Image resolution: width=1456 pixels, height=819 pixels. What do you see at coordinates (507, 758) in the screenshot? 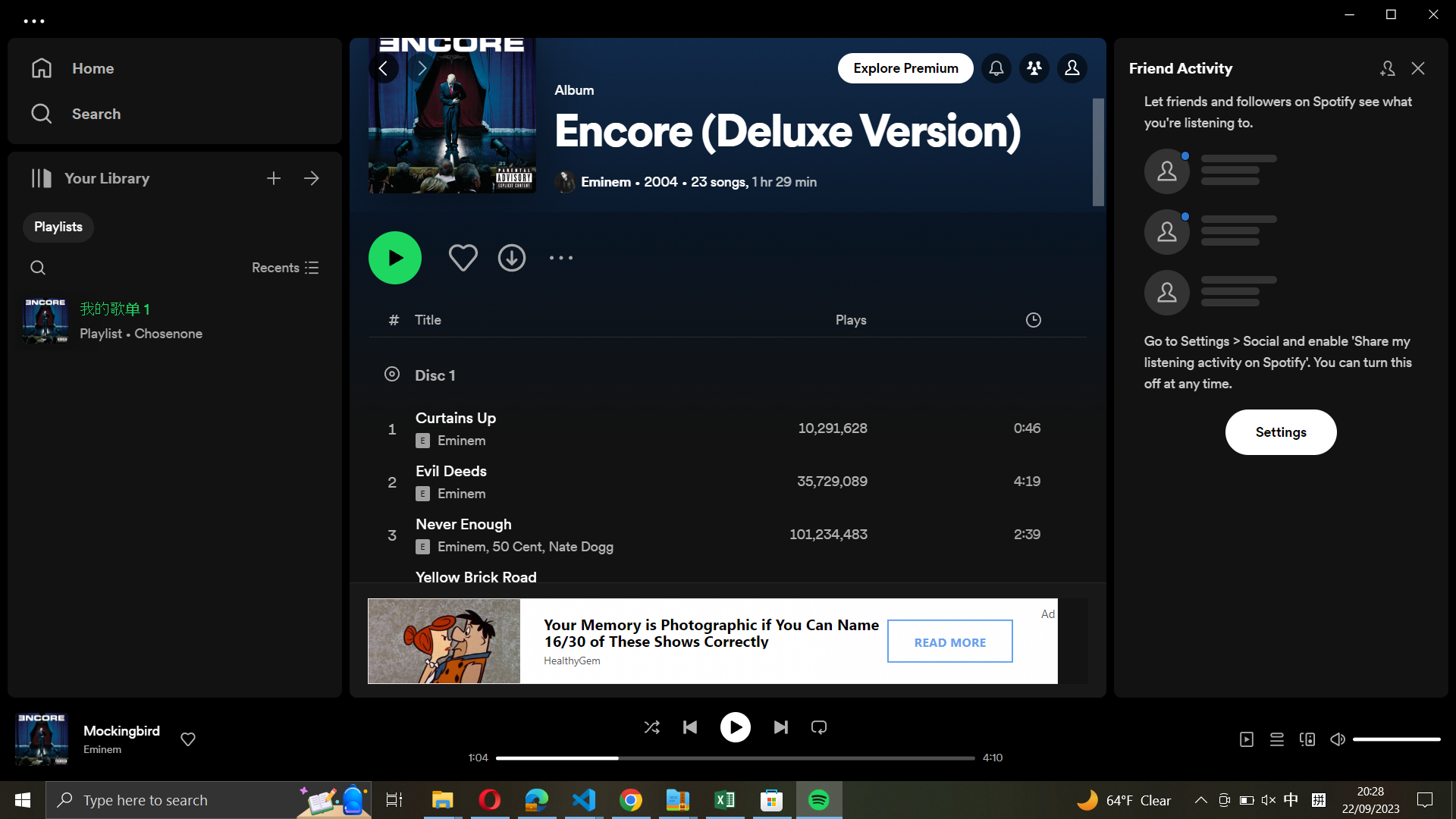
I see `Go to the beginning of the current song` at bounding box center [507, 758].